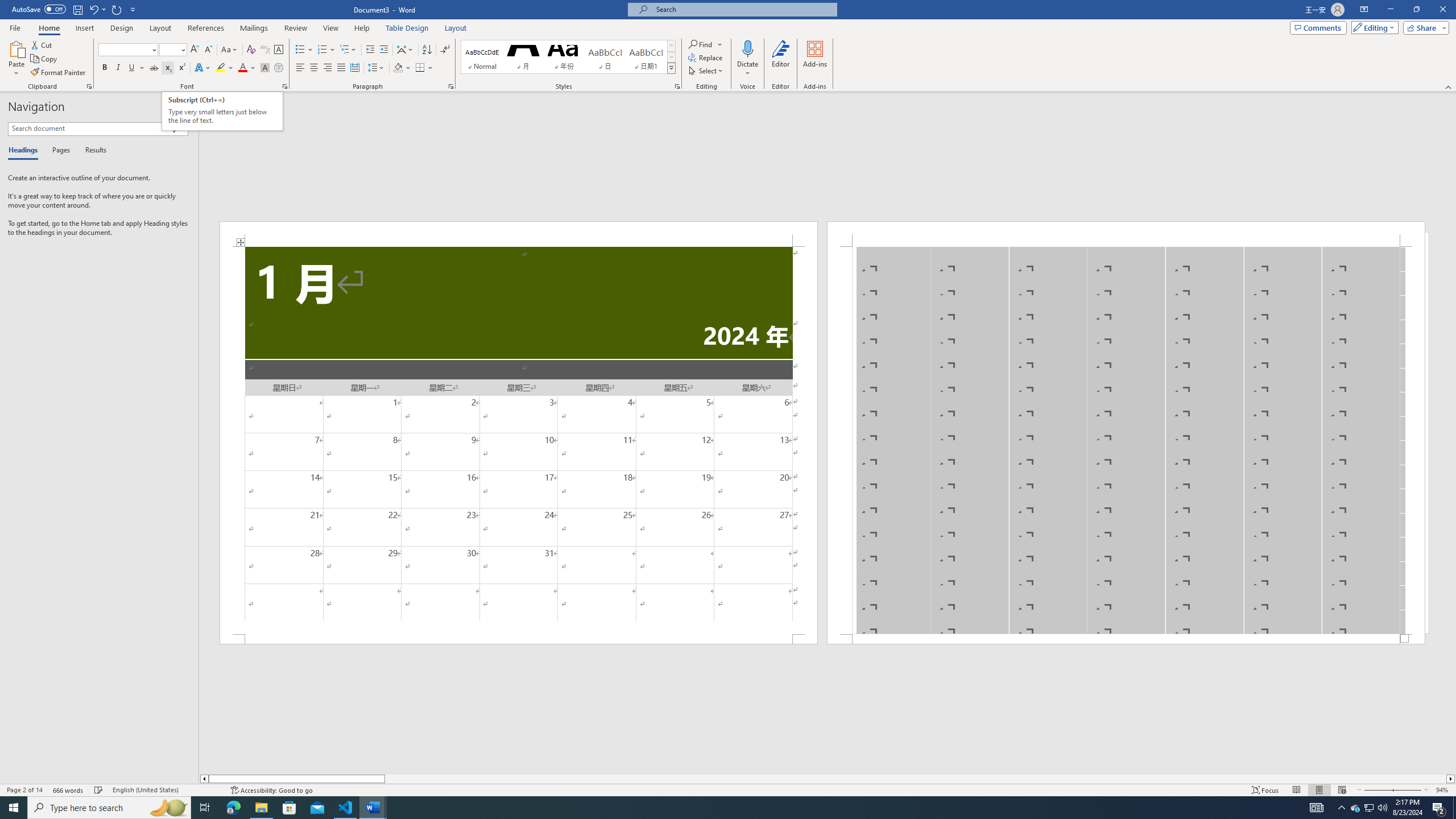 This screenshot has height=819, width=1456. What do you see at coordinates (165, 790) in the screenshot?
I see `'Language English (United States)'` at bounding box center [165, 790].